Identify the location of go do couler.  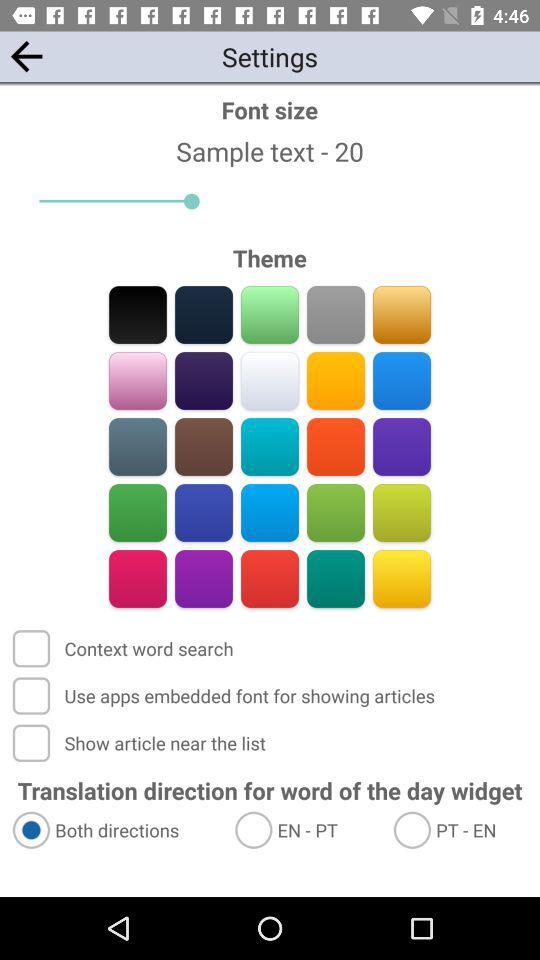
(203, 578).